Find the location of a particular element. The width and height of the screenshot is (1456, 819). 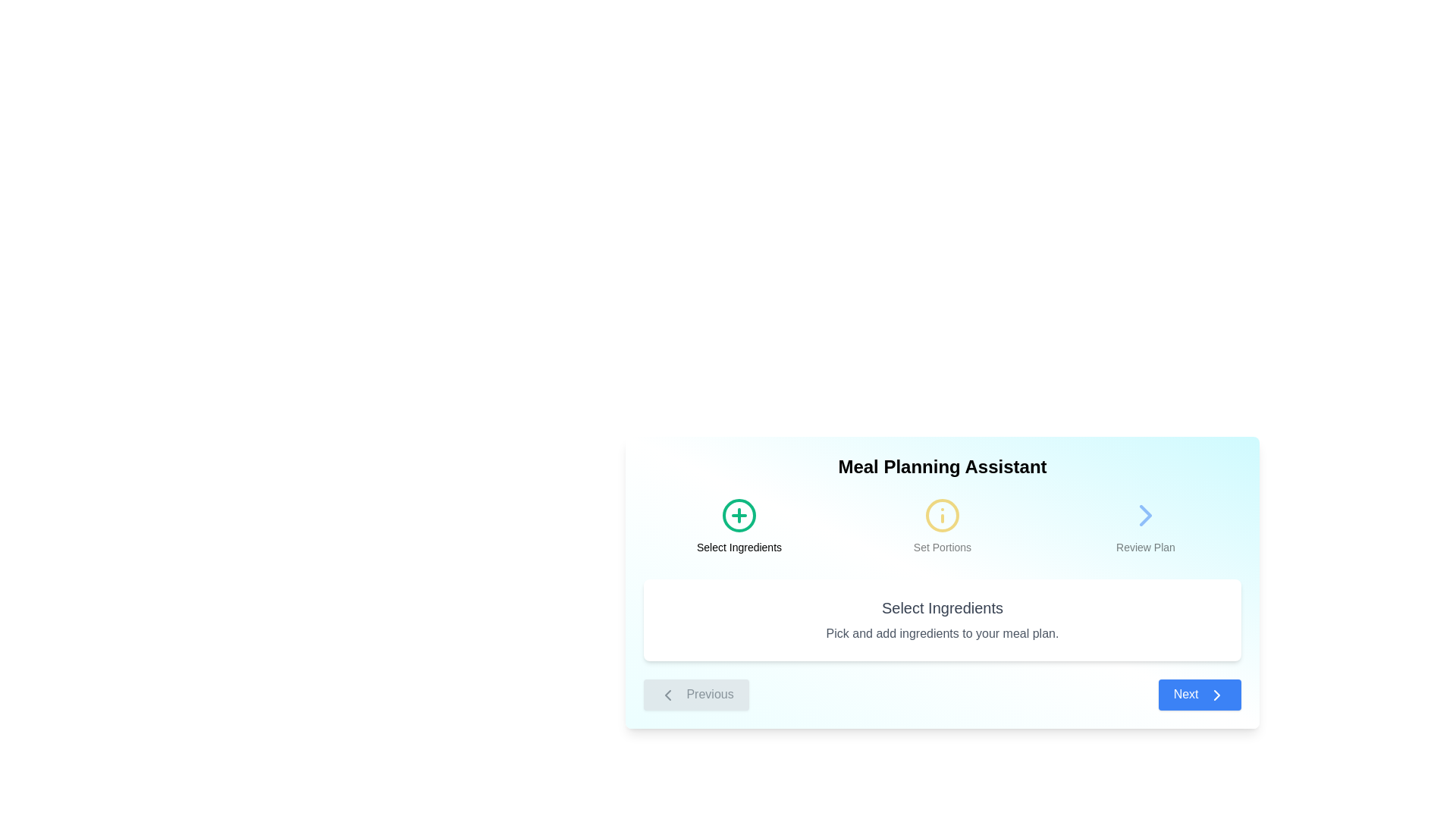

the first button in the lower left part of the horizontal navigation bar is located at coordinates (695, 695).